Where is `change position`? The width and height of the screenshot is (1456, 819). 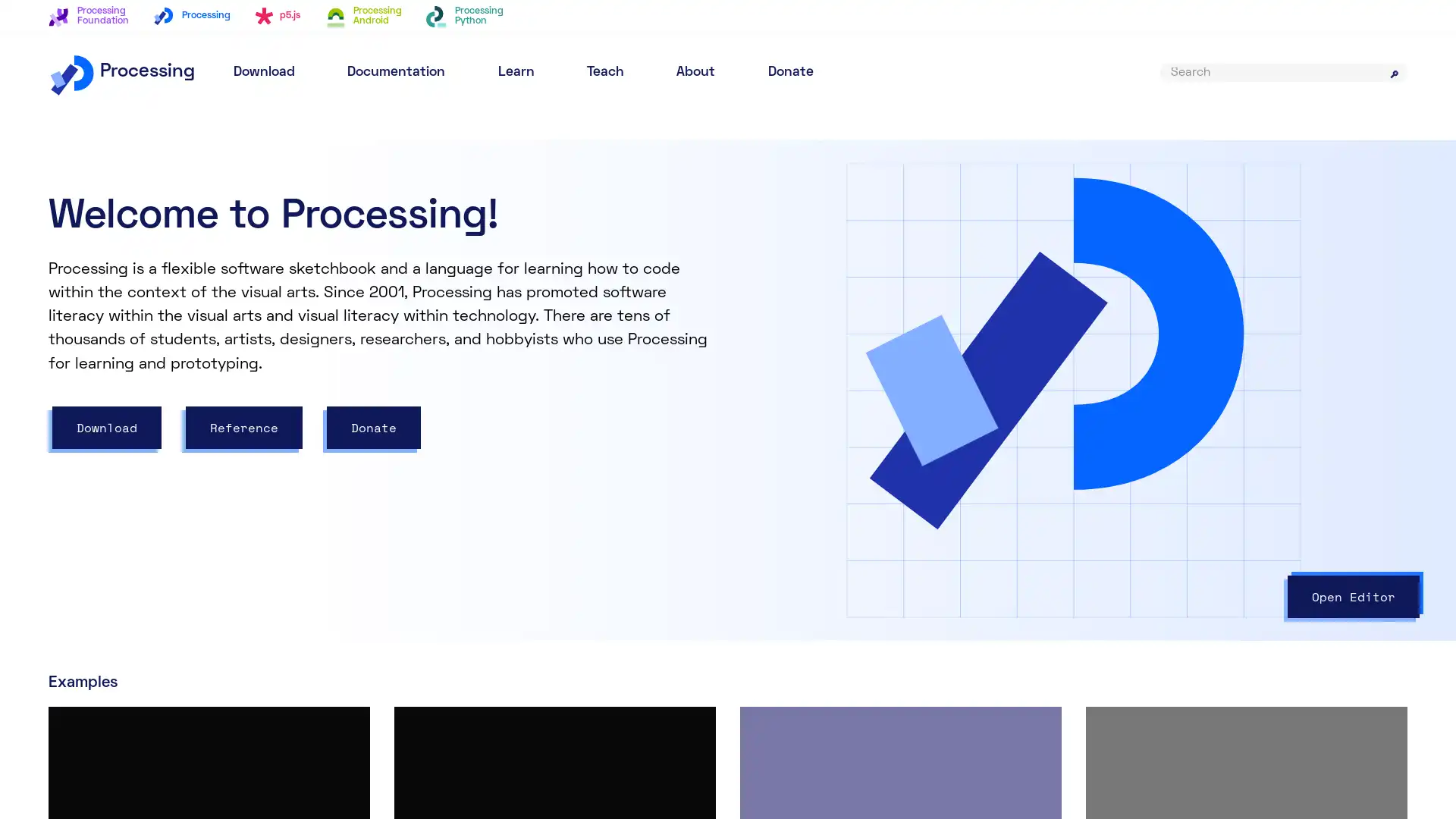
change position is located at coordinates (884, 397).